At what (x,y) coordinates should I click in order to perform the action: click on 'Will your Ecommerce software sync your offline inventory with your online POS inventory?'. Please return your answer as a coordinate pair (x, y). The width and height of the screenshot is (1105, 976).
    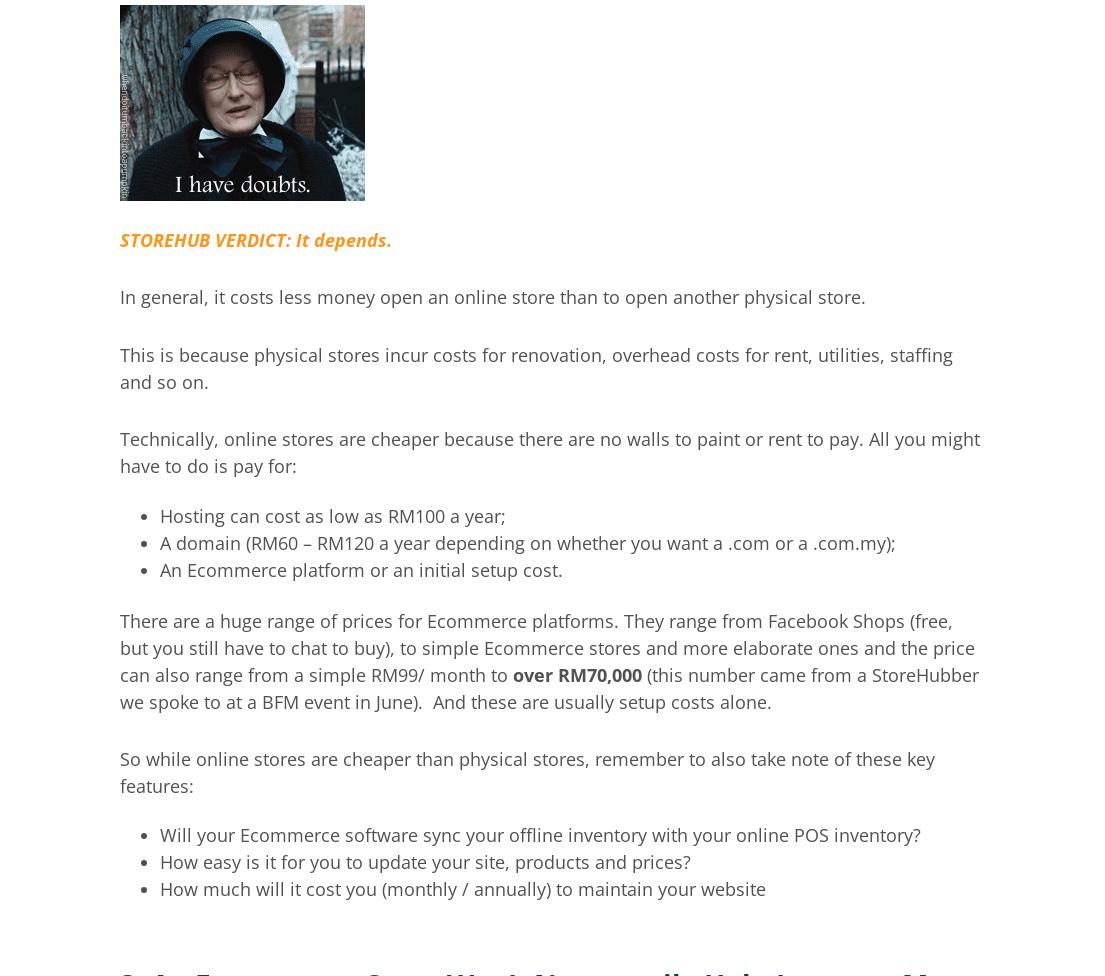
    Looking at the image, I should click on (539, 834).